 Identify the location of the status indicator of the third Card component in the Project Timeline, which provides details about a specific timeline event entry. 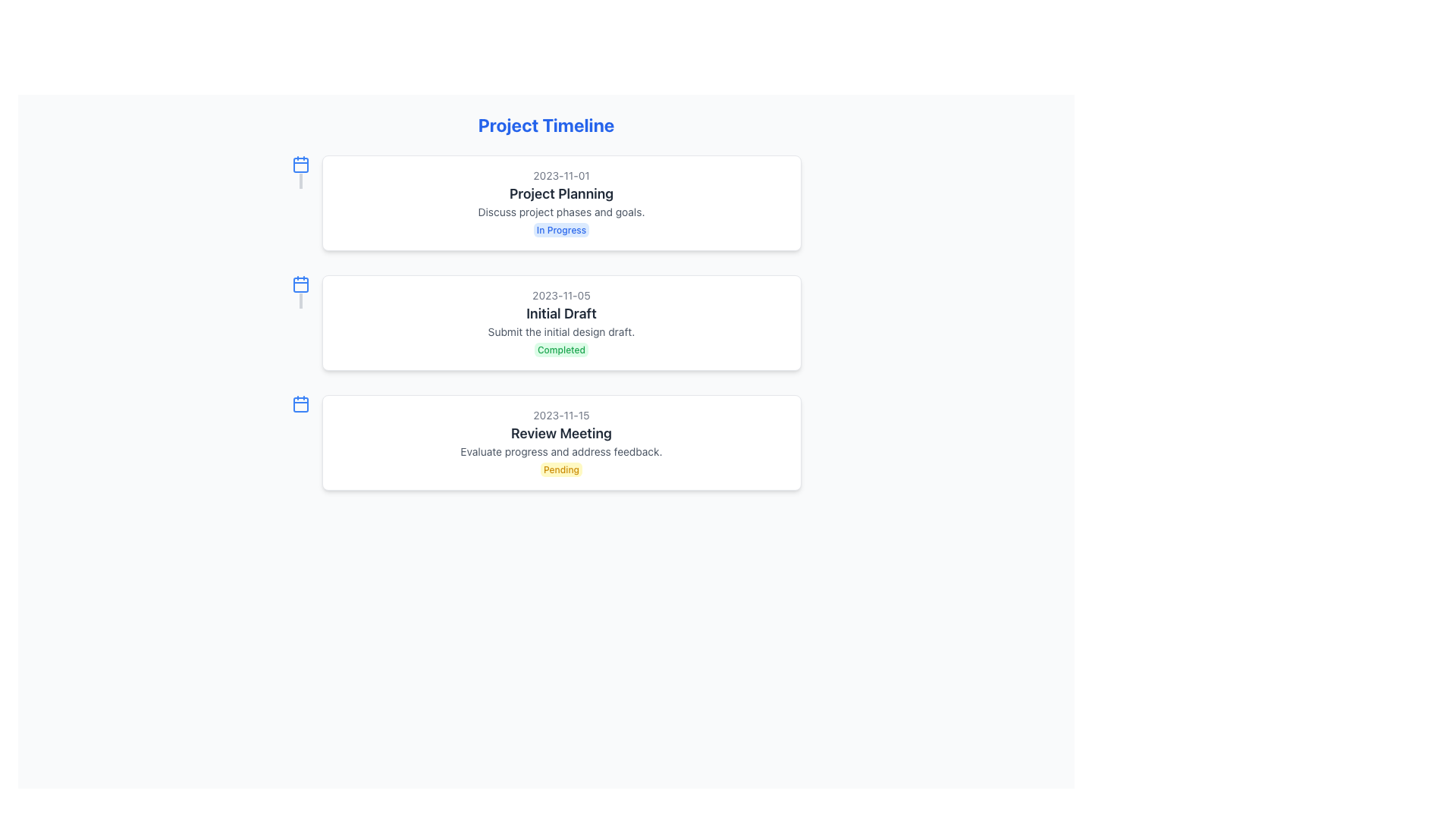
(546, 442).